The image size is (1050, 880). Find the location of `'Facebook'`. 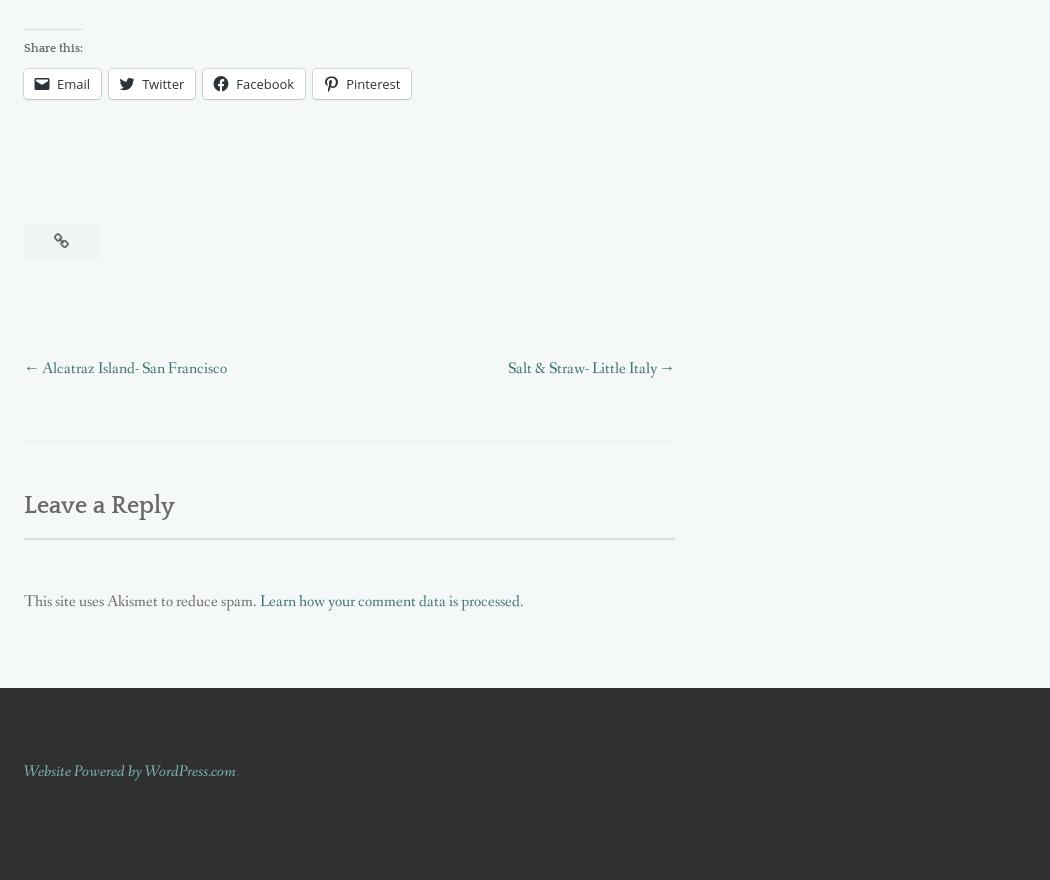

'Facebook' is located at coordinates (264, 81).